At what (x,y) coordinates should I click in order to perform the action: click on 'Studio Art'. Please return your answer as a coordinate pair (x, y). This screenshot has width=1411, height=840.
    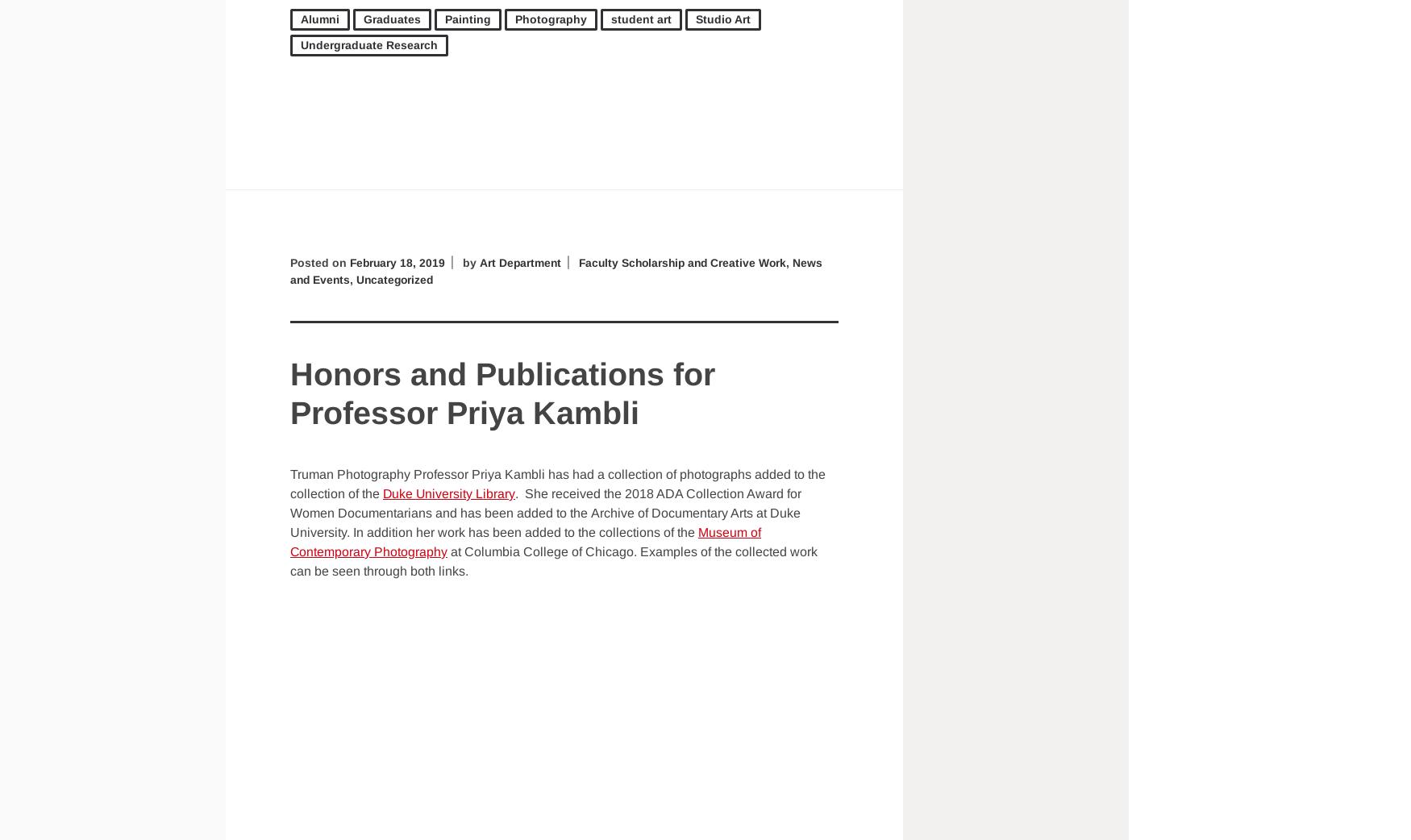
    Looking at the image, I should click on (722, 18).